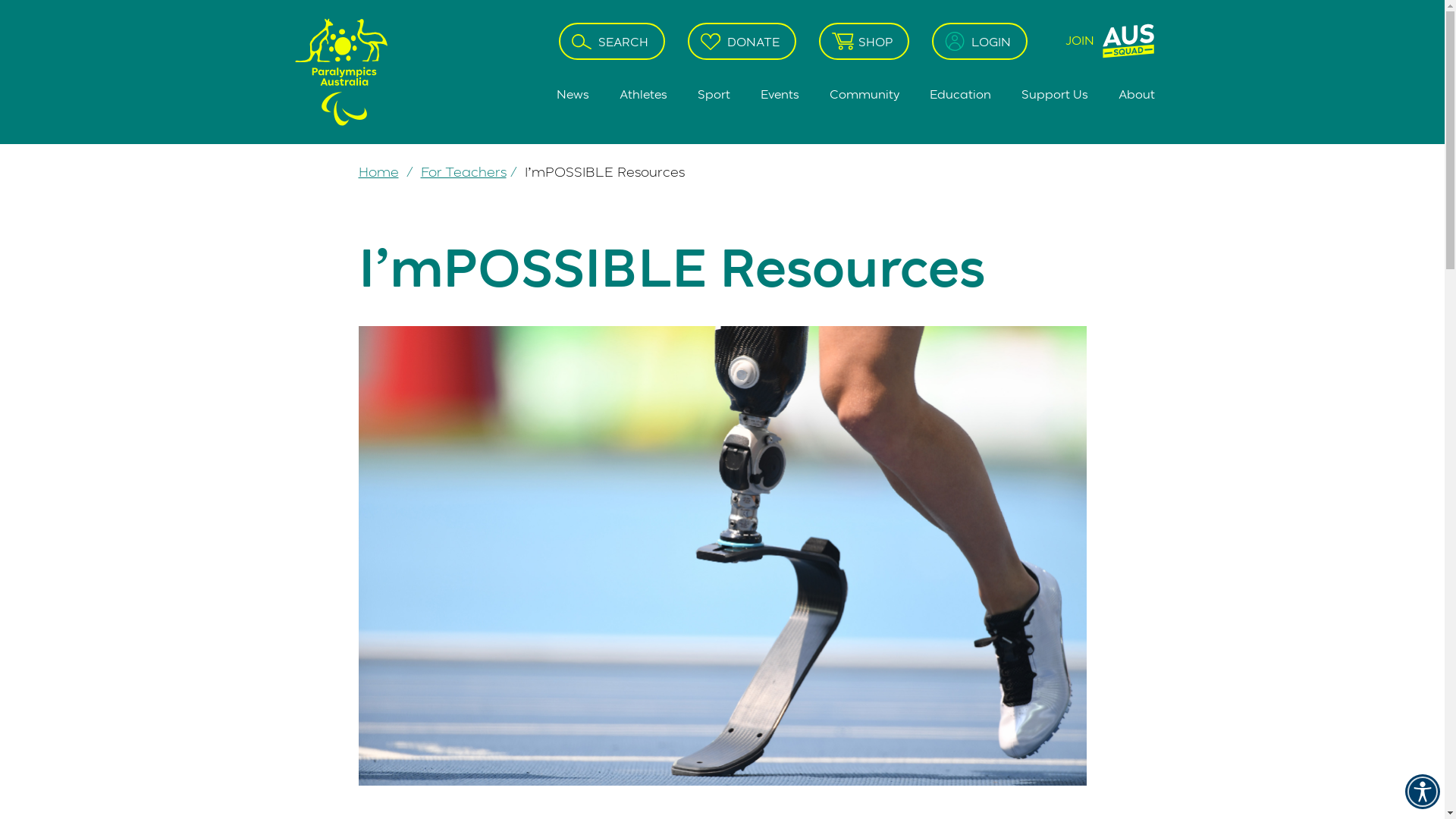 The image size is (1456, 819). What do you see at coordinates (1102, 40) in the screenshot?
I see `'JOIN'` at bounding box center [1102, 40].